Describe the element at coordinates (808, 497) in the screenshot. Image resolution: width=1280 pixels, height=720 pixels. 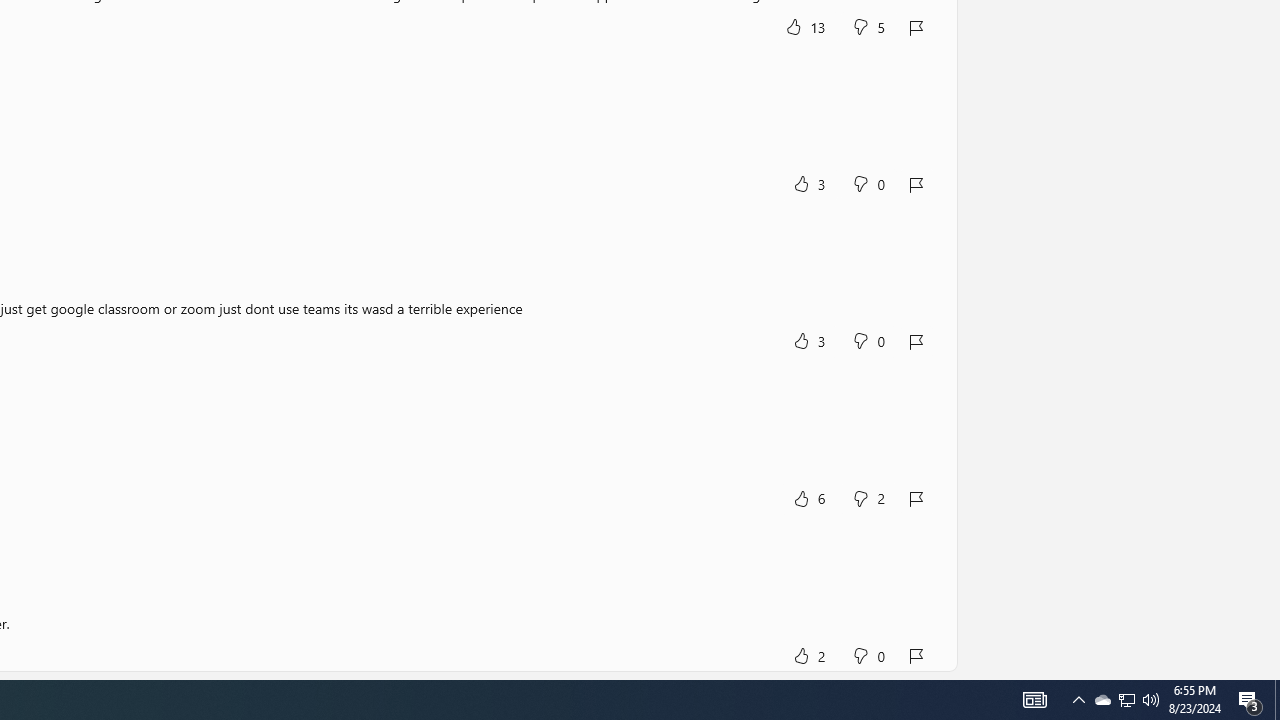
I see `'Yes, this was helpful. 6 votes.'` at that location.